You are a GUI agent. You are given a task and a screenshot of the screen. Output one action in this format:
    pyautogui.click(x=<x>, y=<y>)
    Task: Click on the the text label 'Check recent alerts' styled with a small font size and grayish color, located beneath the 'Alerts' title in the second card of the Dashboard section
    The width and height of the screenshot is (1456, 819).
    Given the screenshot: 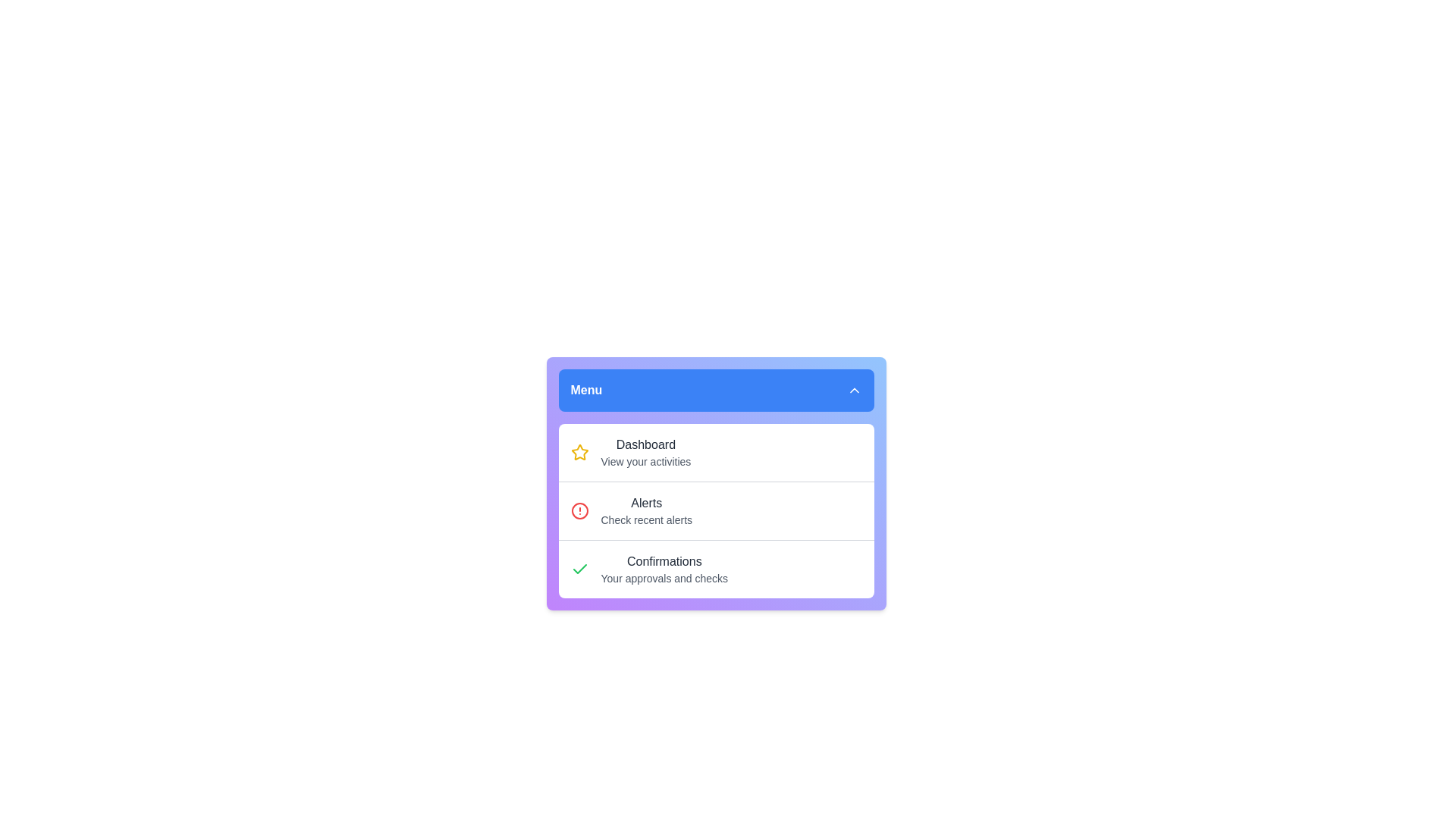 What is the action you would take?
    pyautogui.click(x=646, y=519)
    